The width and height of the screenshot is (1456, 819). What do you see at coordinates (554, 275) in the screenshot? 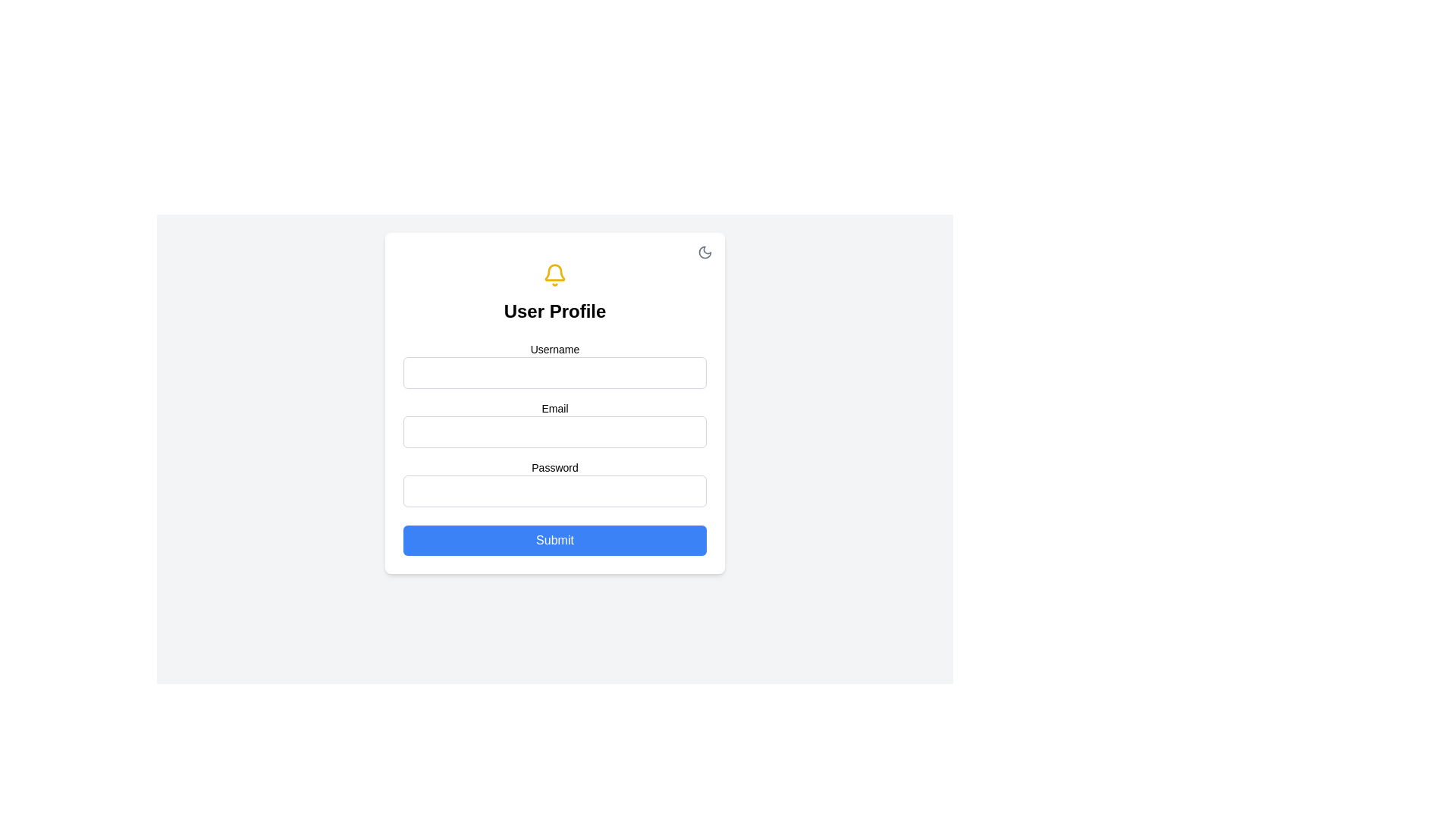
I see `yellow bell icon visually located in the horizontal rectangular section above the 'User Profile' heading` at bounding box center [554, 275].